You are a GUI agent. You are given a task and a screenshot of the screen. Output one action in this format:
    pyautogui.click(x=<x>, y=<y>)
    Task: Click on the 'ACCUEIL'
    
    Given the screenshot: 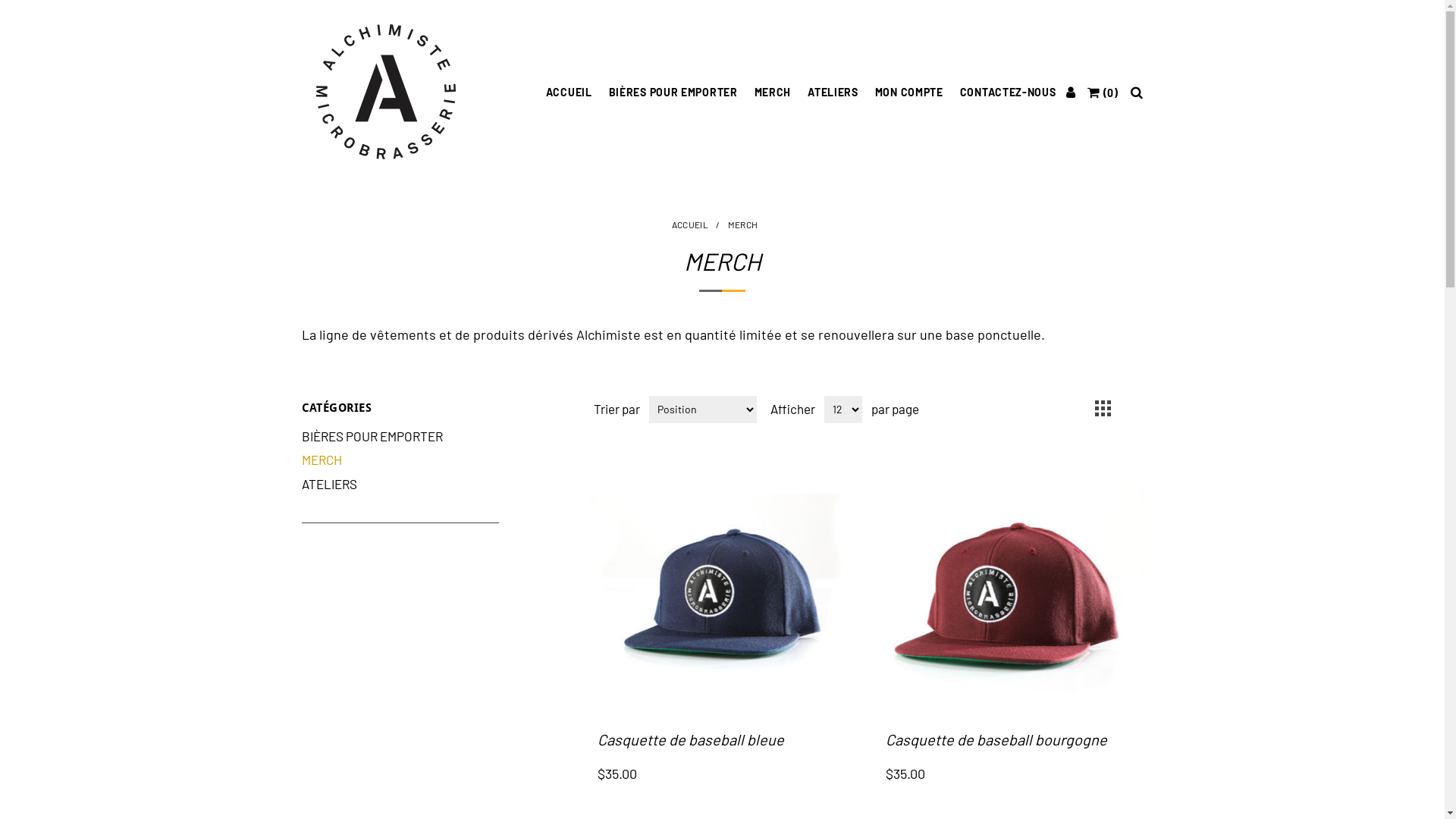 What is the action you would take?
    pyautogui.click(x=689, y=224)
    